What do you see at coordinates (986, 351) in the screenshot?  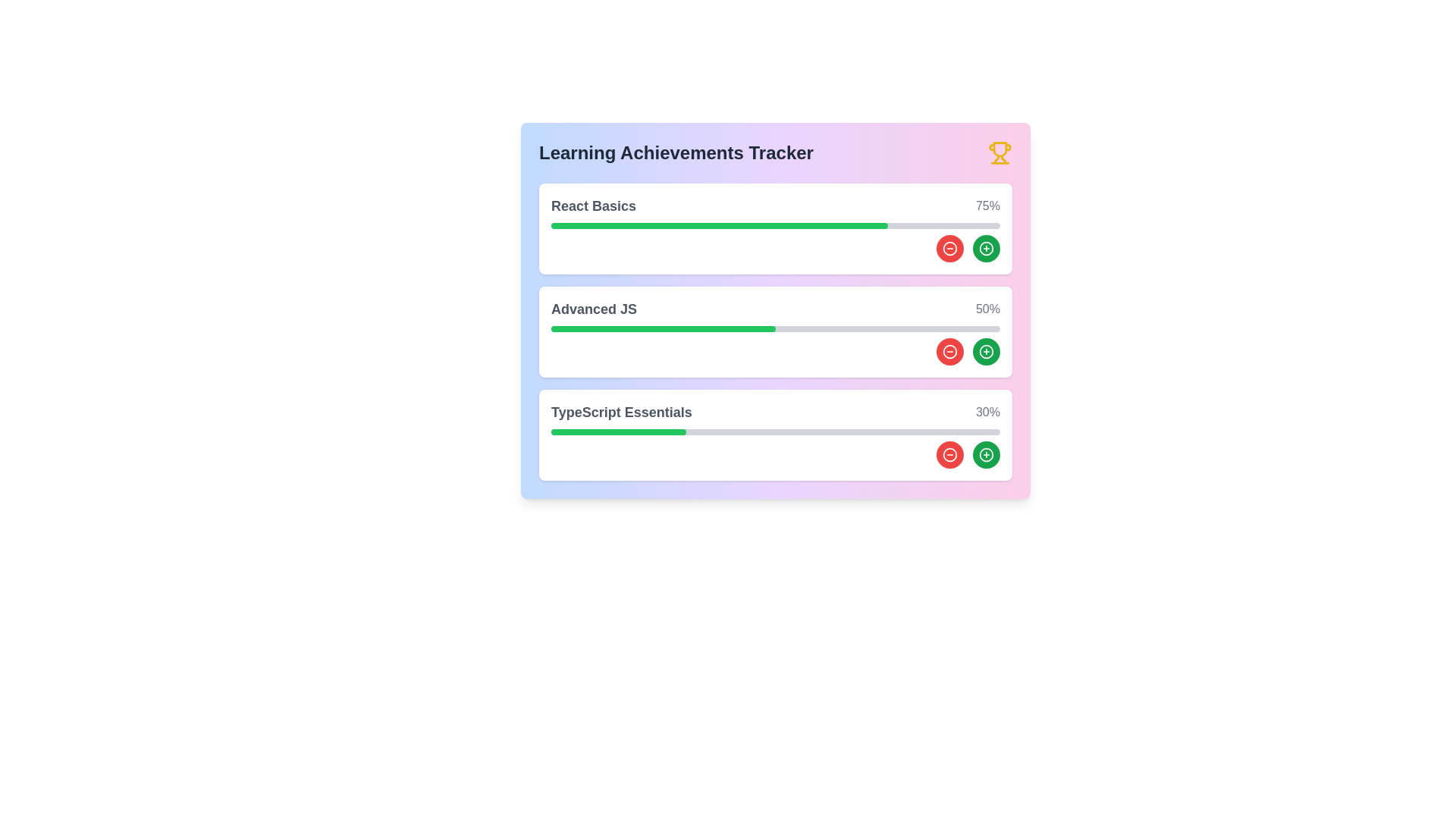 I see `the green circular button with a cross inside, located to the right of the 'Advanced JS' progress bar` at bounding box center [986, 351].